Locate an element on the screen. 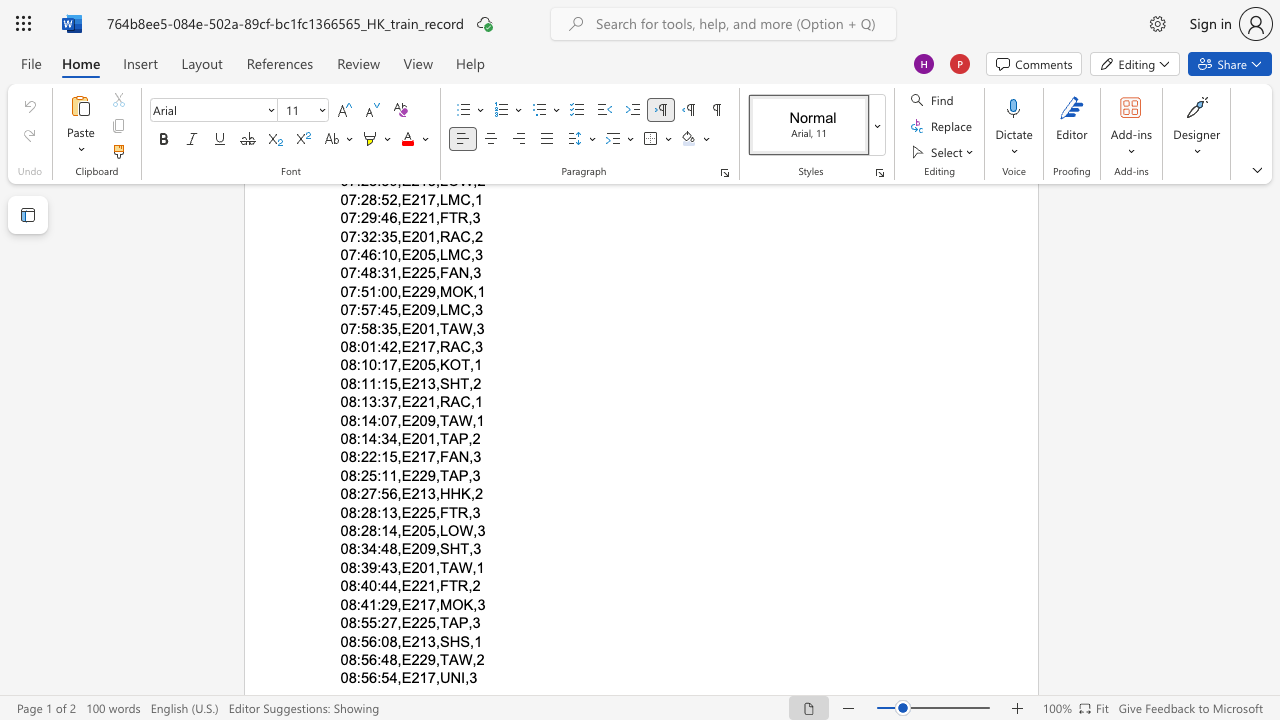 The height and width of the screenshot is (720, 1280). the subset text "28:13,E" within the text "08:28:13,E225,FTR,3" is located at coordinates (360, 511).